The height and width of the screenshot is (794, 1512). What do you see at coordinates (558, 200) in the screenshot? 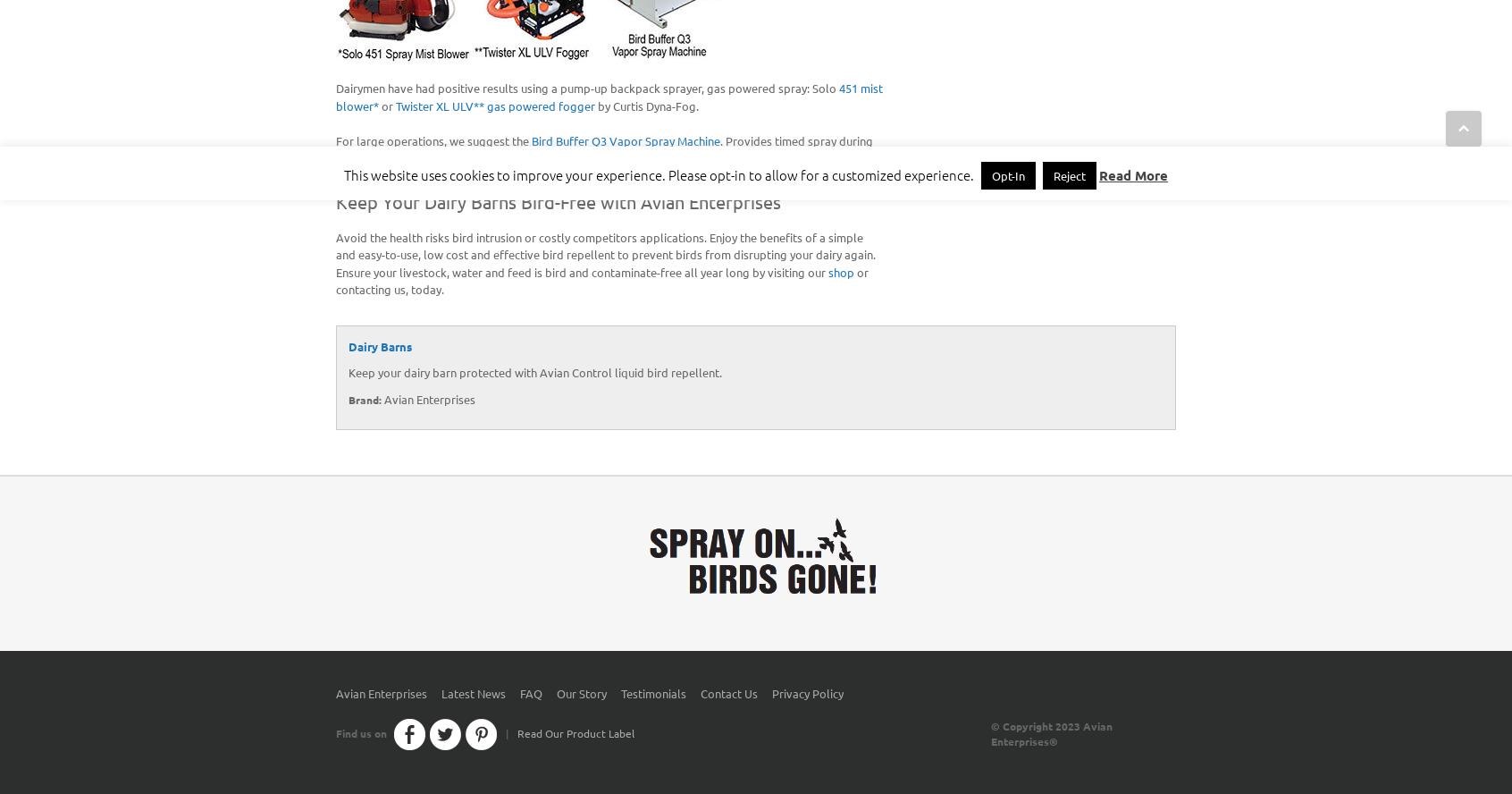
I see `'Keep Your Dairy Barns Bird-Free with Avian Enterprises'` at bounding box center [558, 200].